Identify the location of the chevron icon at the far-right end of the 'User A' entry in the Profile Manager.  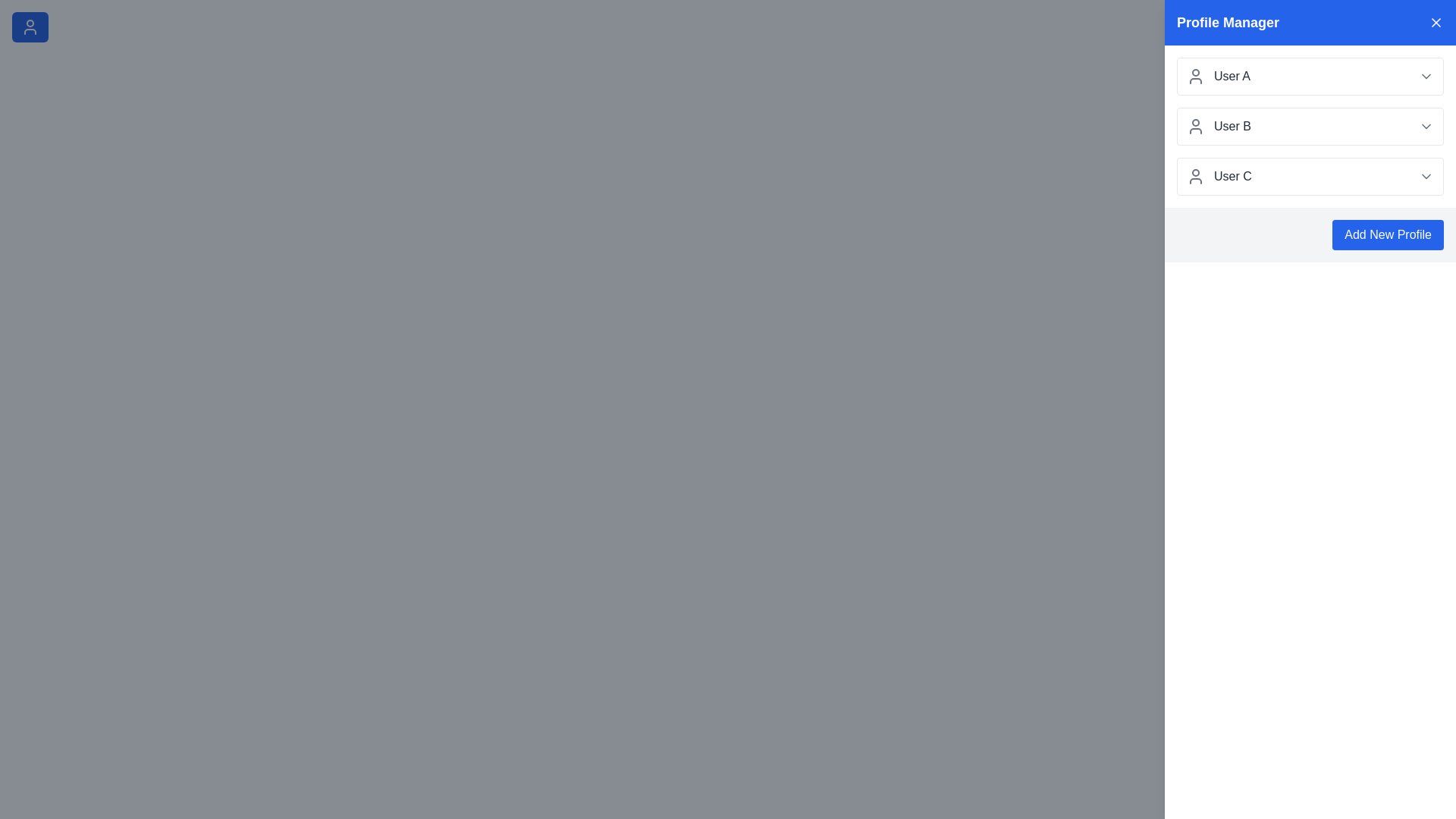
(1426, 76).